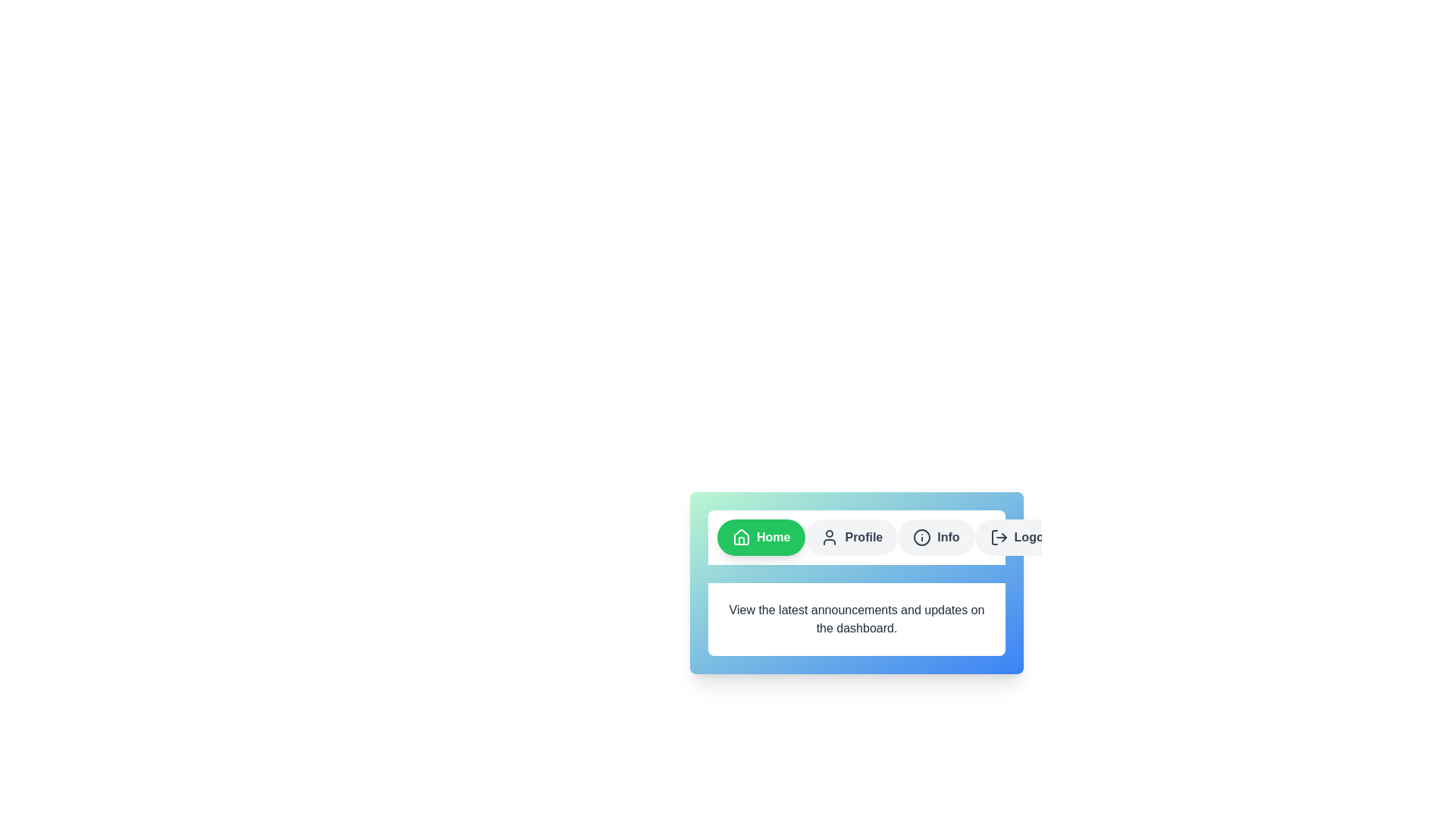 This screenshot has width=1456, height=819. Describe the element at coordinates (829, 537) in the screenshot. I see `the user icon located within the 'Profile' button, which is positioned to the left of the text 'Profile' in the top navigation bar` at that location.